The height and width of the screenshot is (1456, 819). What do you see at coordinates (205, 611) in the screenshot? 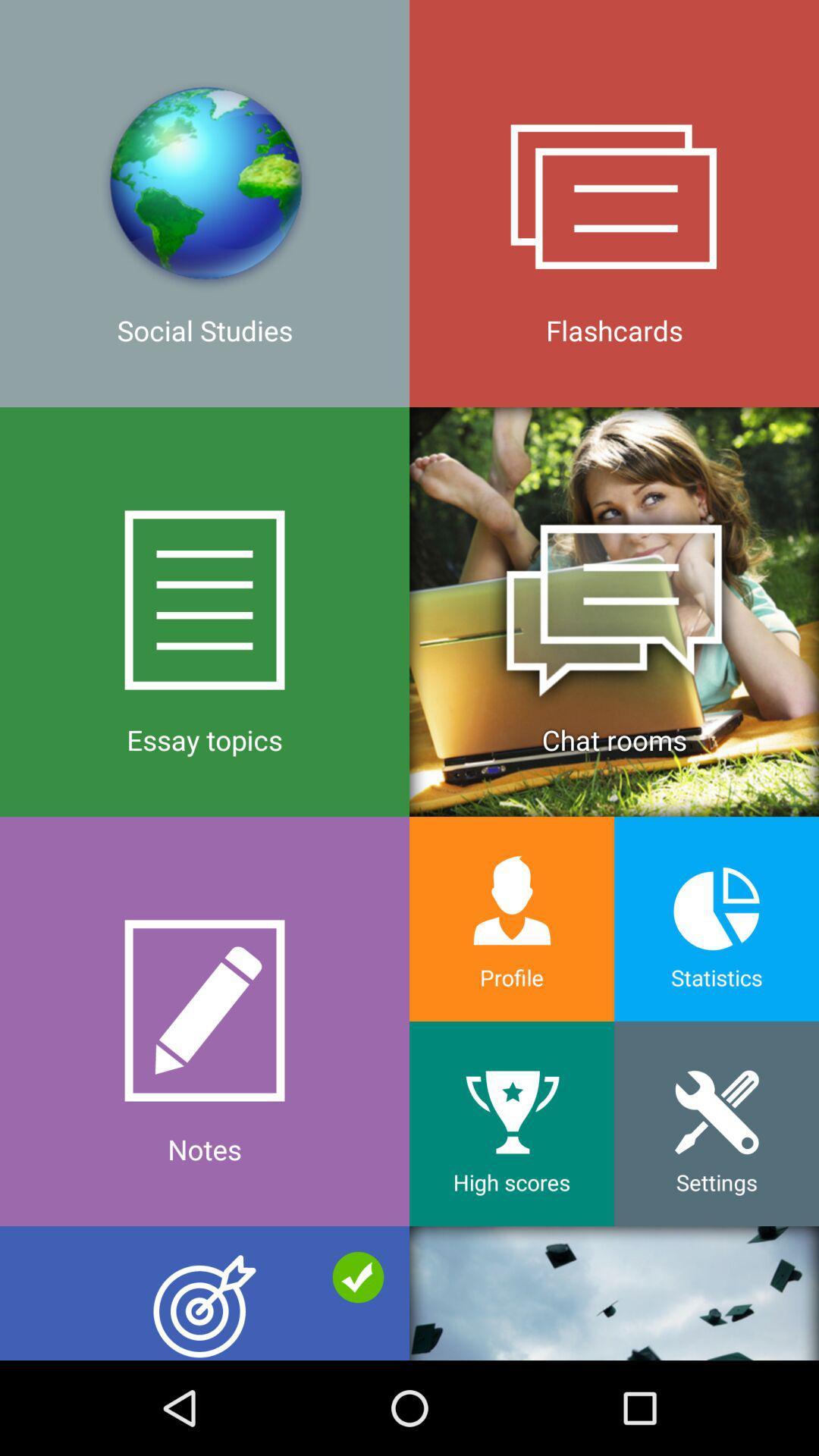
I see `item above notes app` at bounding box center [205, 611].